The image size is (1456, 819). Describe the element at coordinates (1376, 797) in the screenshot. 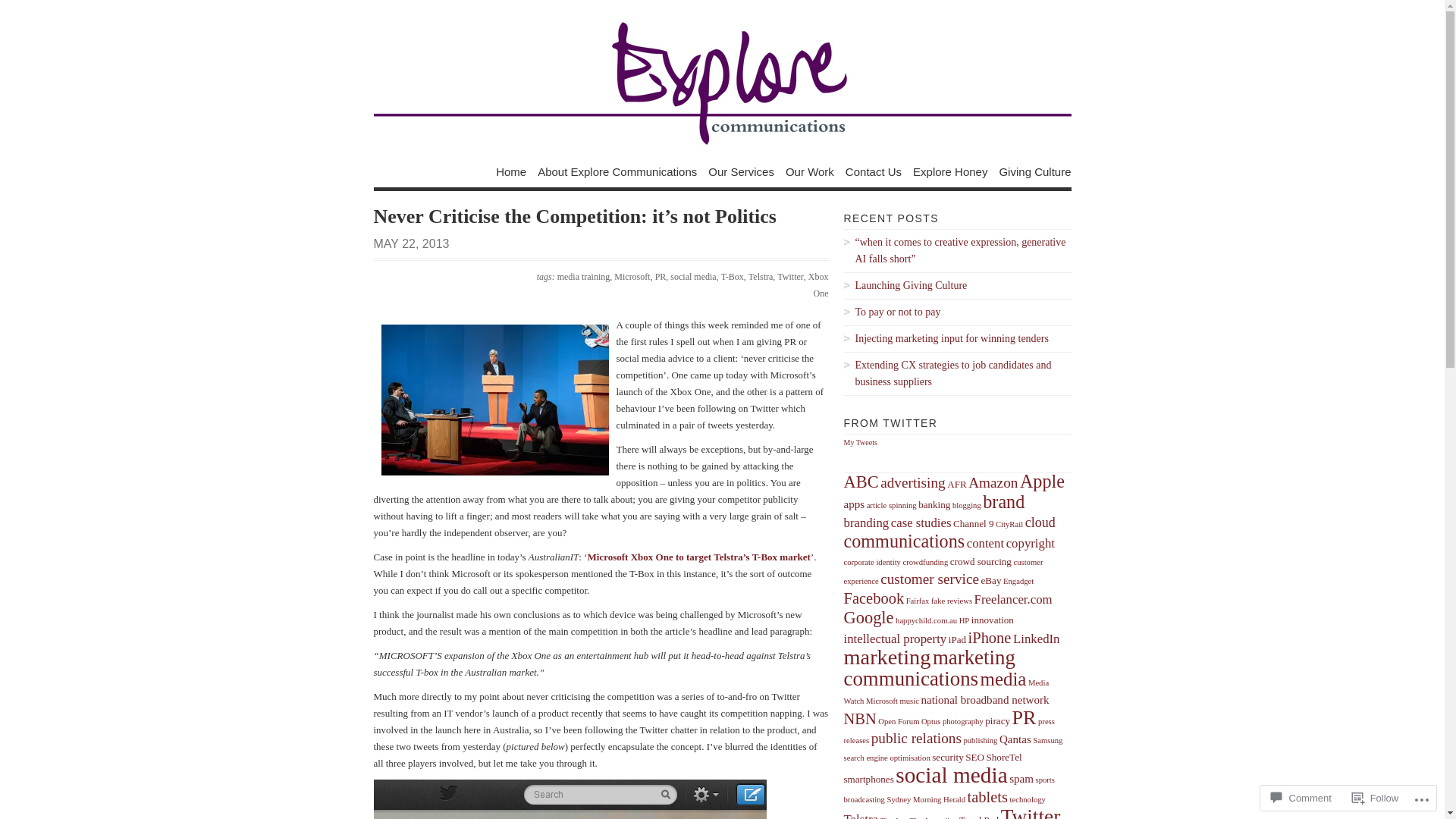

I see `'Follow'` at that location.